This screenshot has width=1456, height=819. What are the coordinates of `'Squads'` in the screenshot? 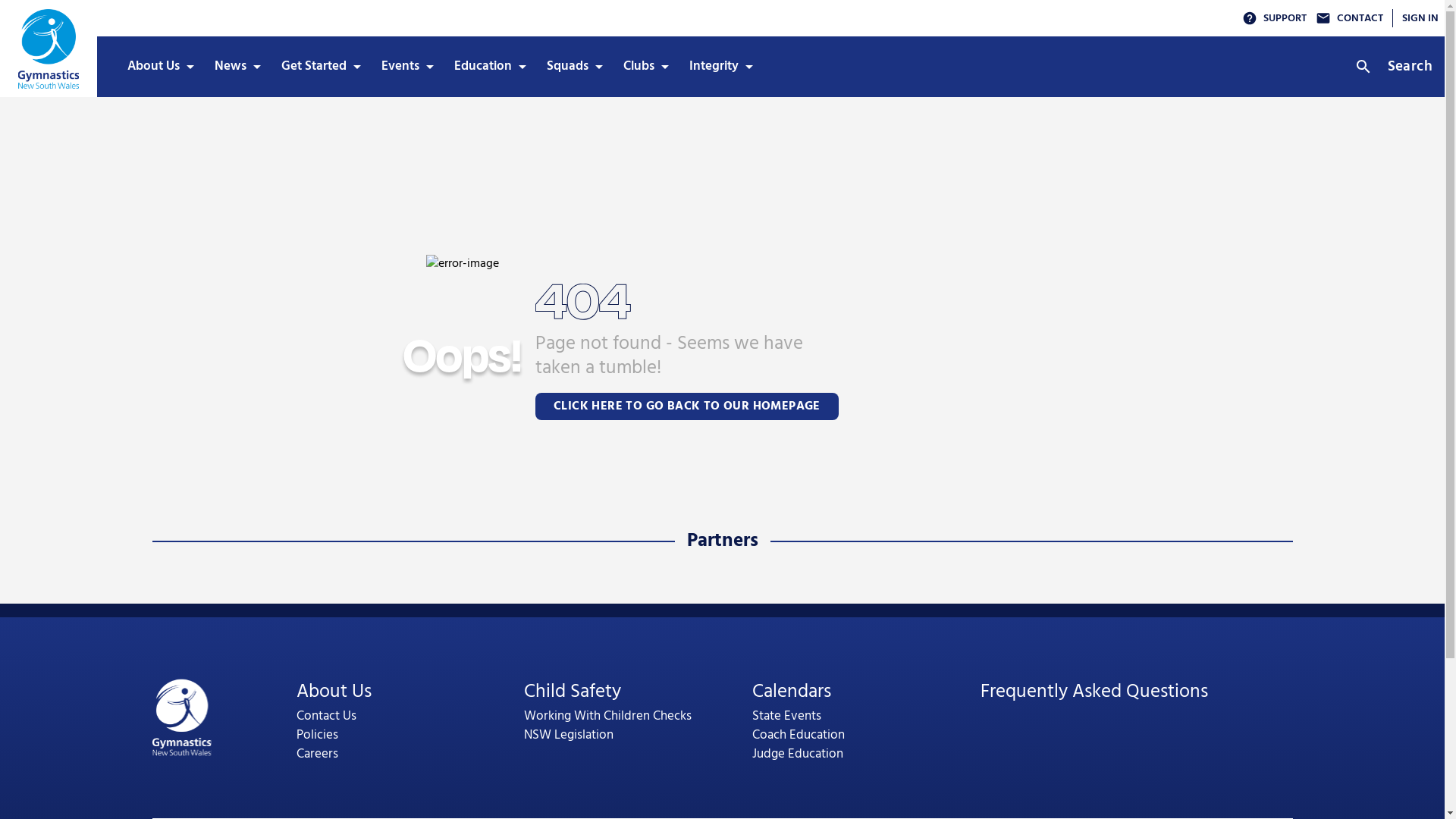 It's located at (535, 66).